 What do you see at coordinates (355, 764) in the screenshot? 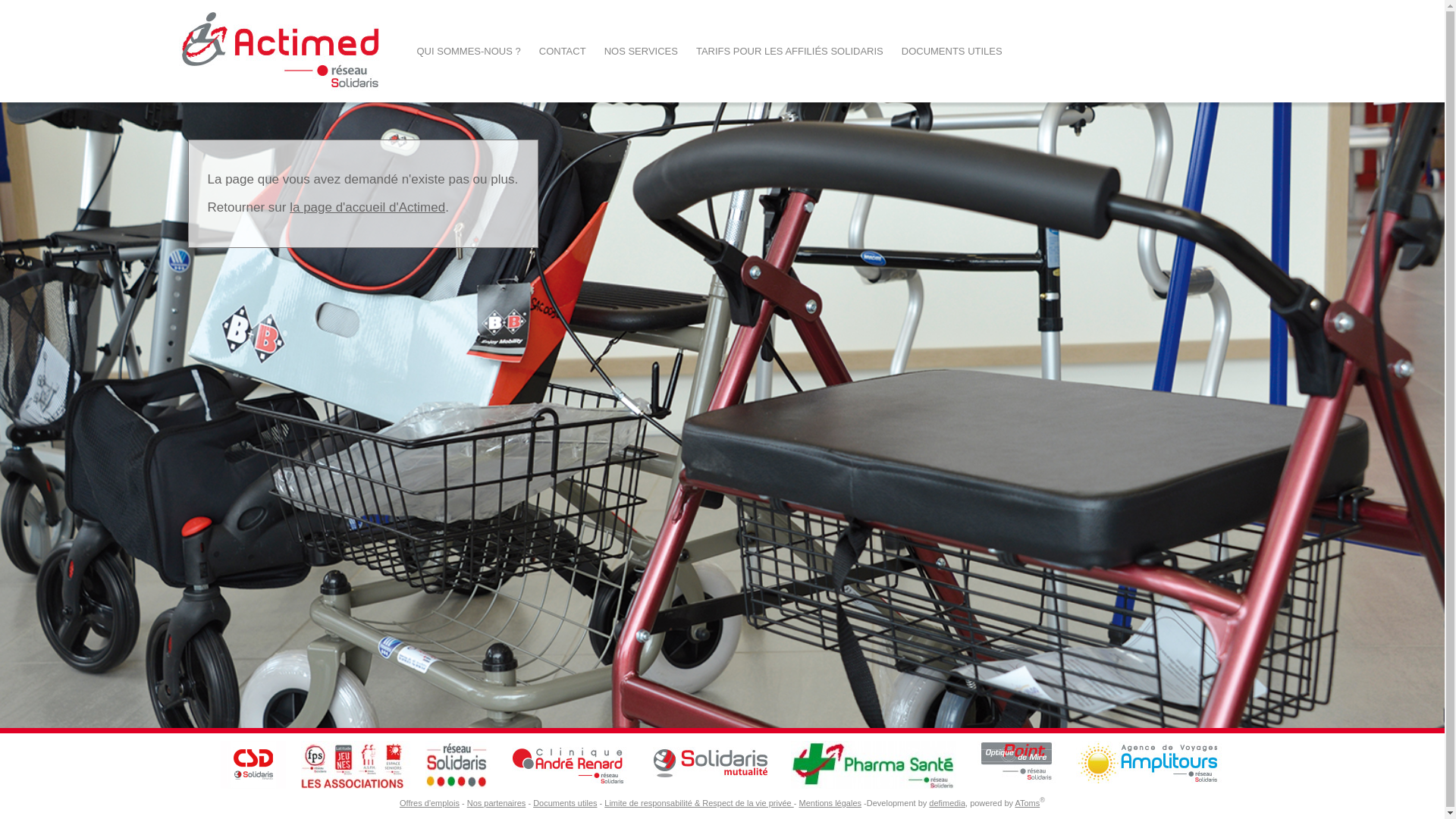
I see `'logo-FPS associations'` at bounding box center [355, 764].